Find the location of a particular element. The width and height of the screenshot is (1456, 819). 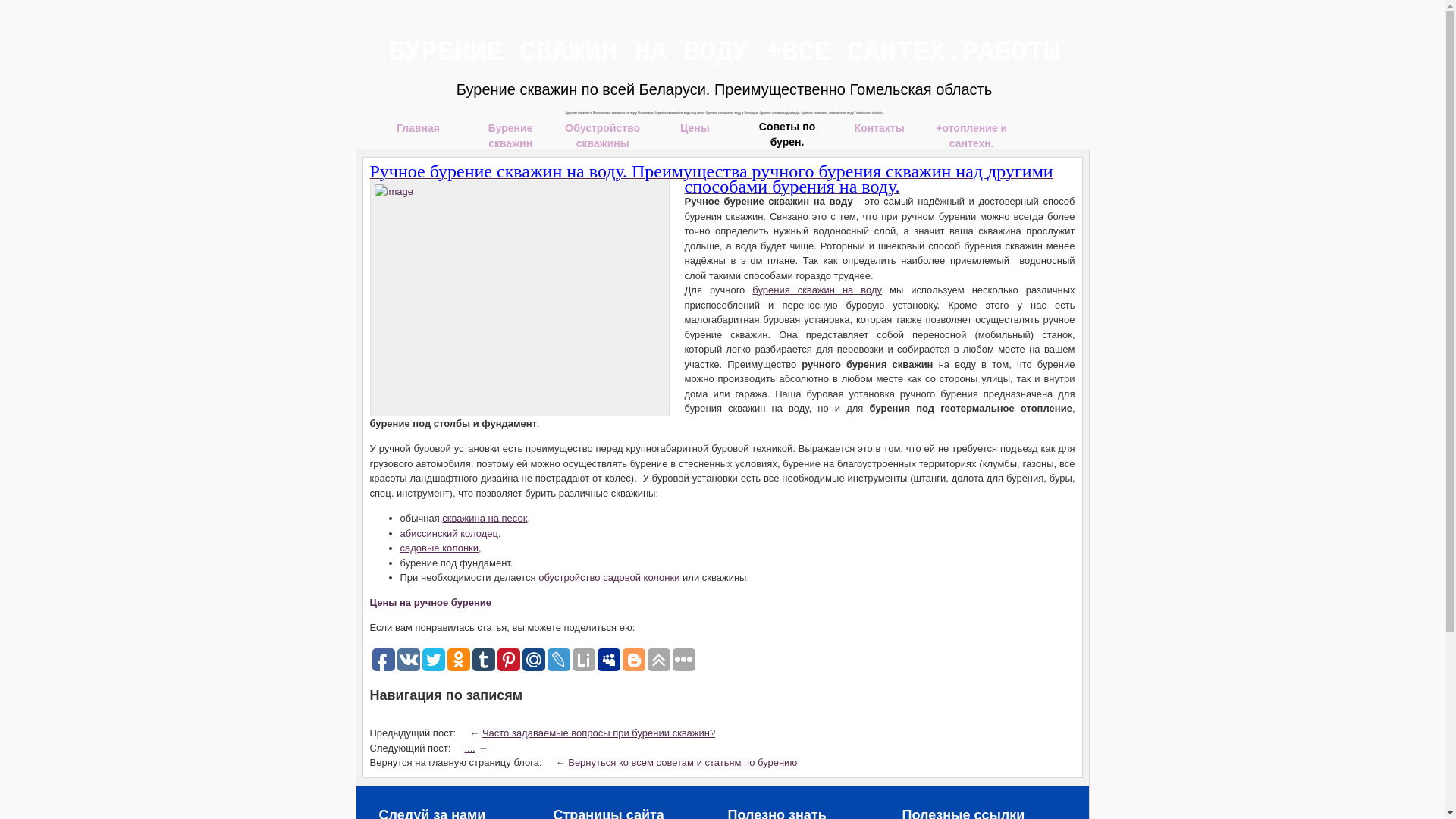

'....' is located at coordinates (469, 746).